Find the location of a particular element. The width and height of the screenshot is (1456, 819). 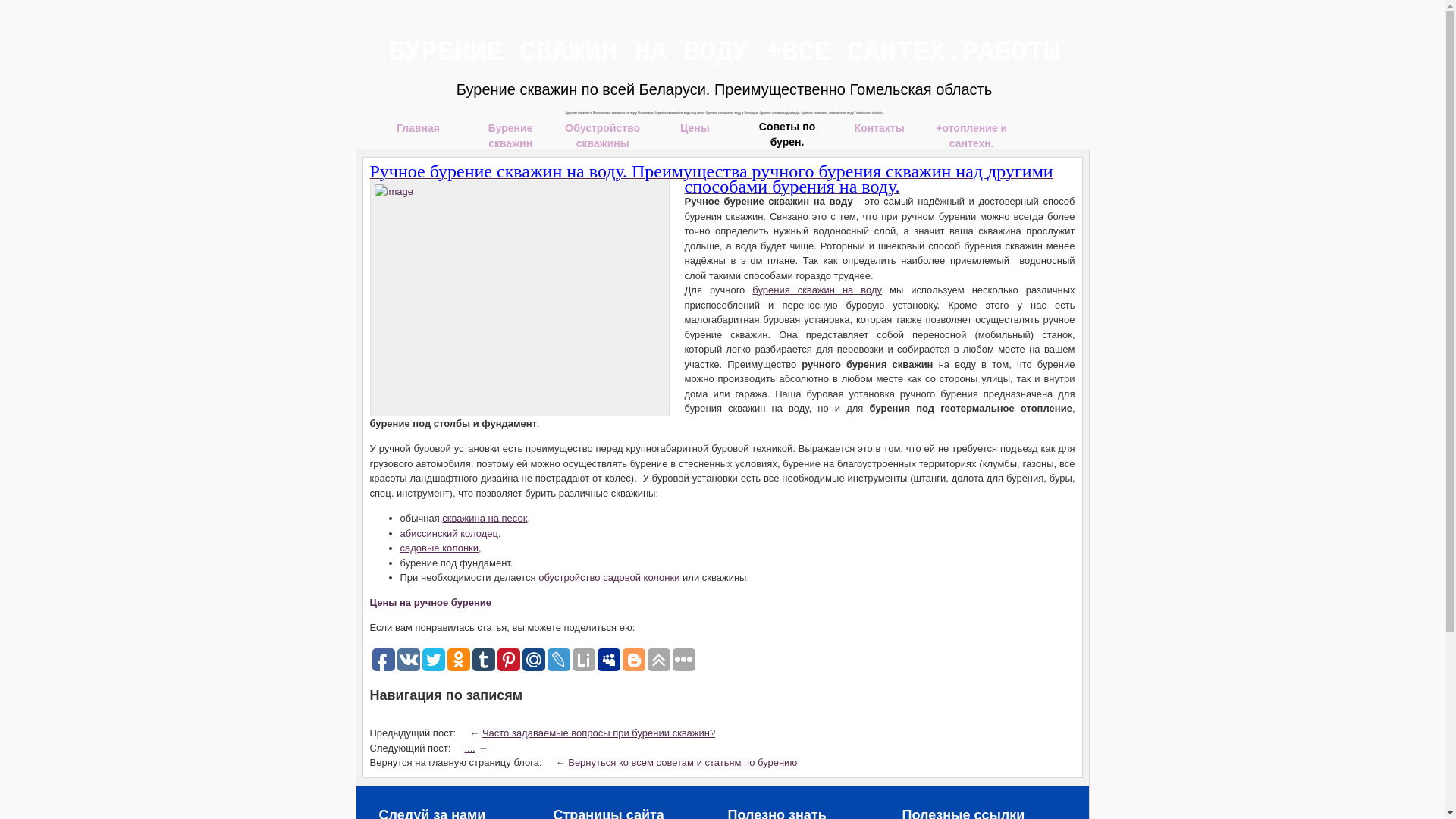

'....' is located at coordinates (469, 746).